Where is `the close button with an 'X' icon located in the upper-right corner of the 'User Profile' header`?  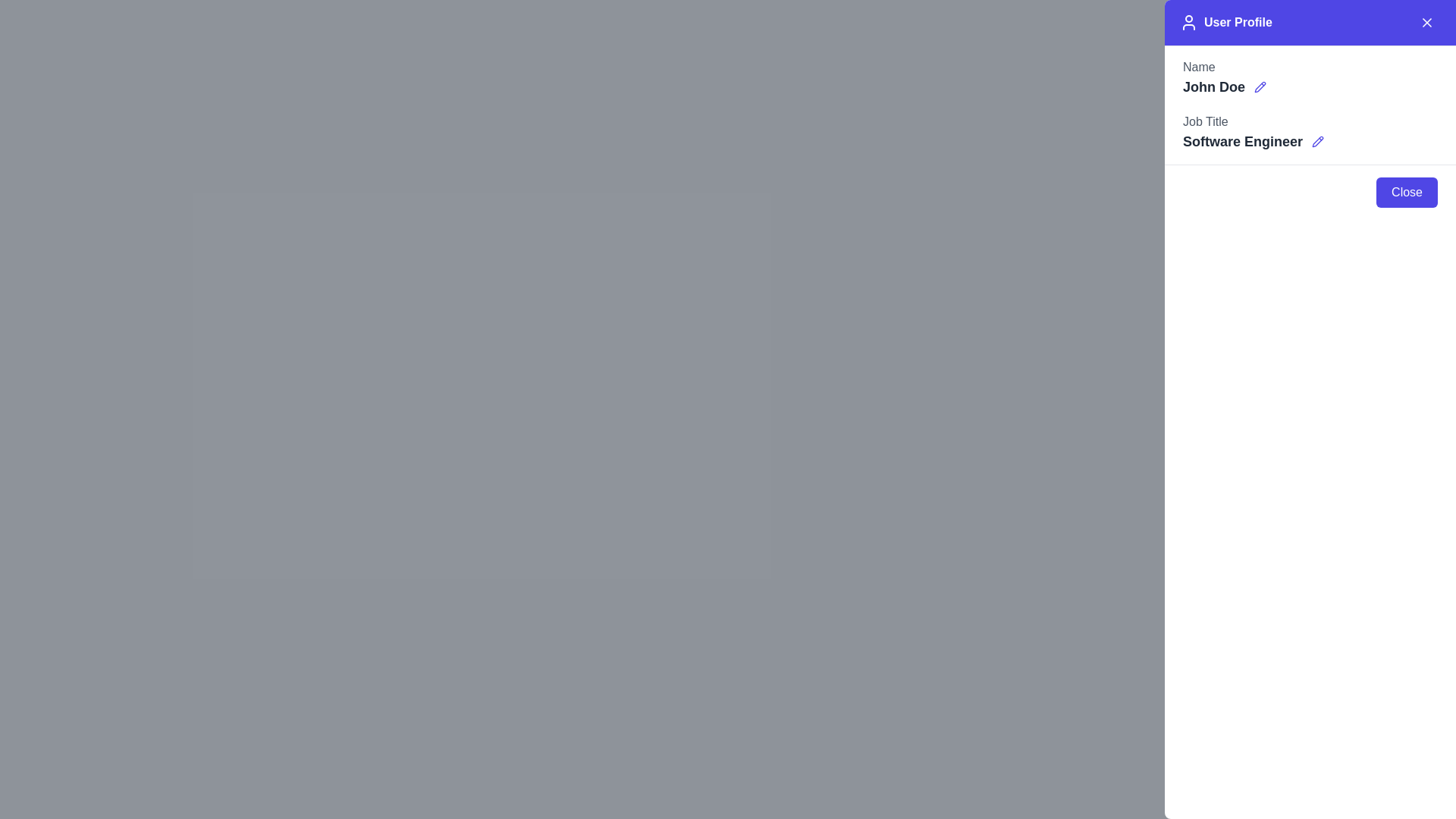 the close button with an 'X' icon located in the upper-right corner of the 'User Profile' header is located at coordinates (1426, 23).